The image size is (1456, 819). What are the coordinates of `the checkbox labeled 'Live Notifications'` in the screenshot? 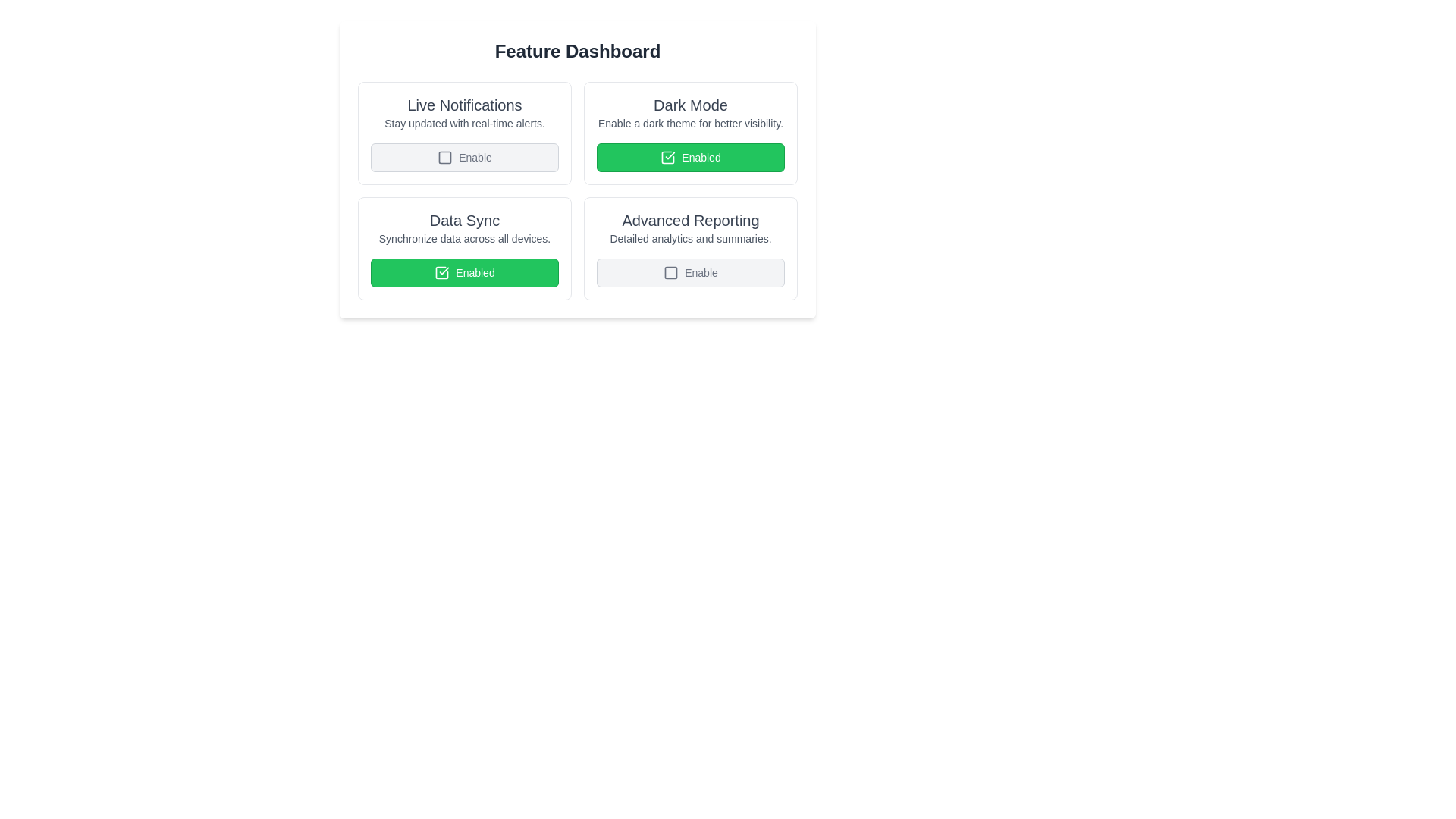 It's located at (464, 158).